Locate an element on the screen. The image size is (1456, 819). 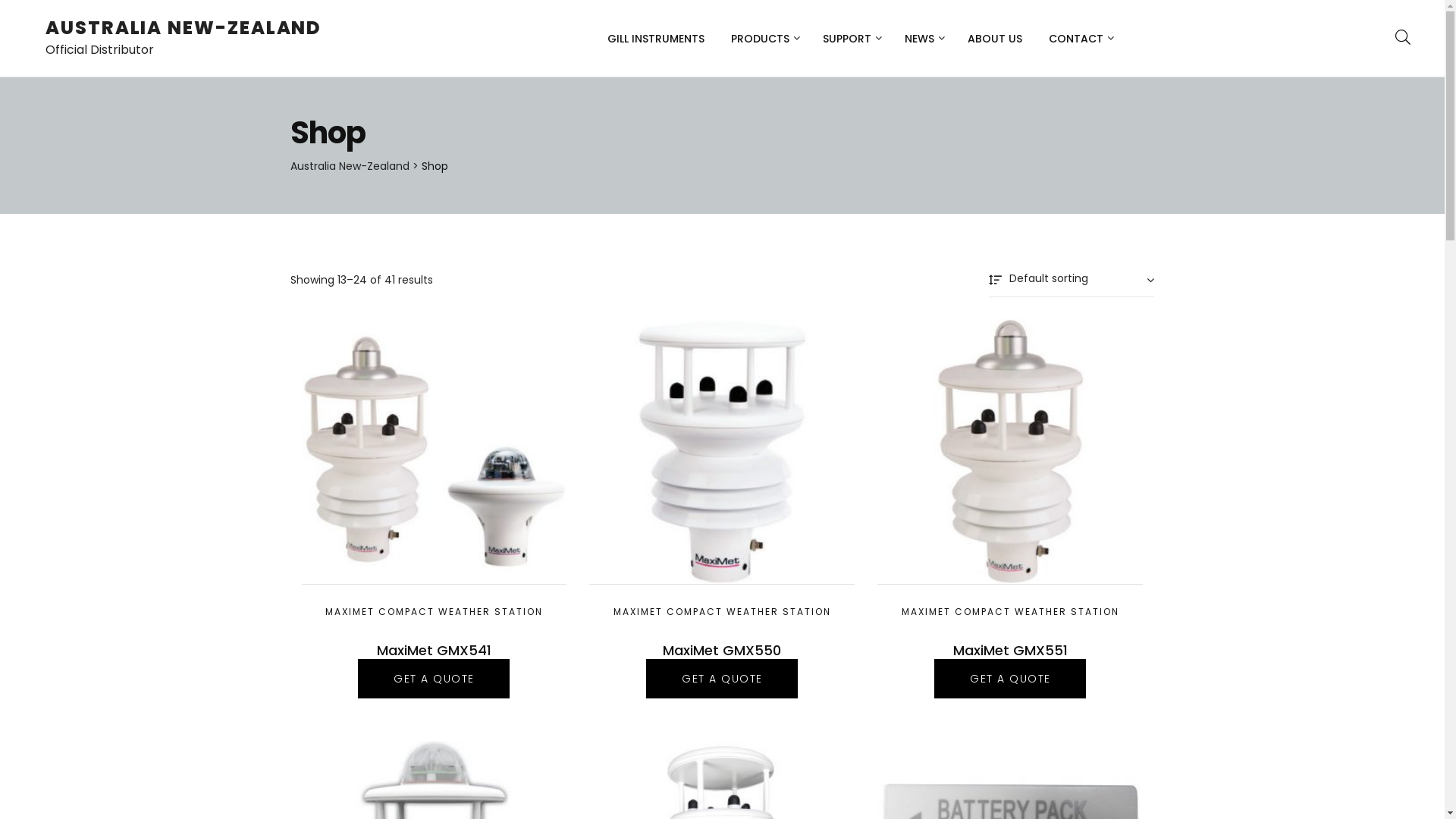
'PRODUCTS' is located at coordinates (764, 37).